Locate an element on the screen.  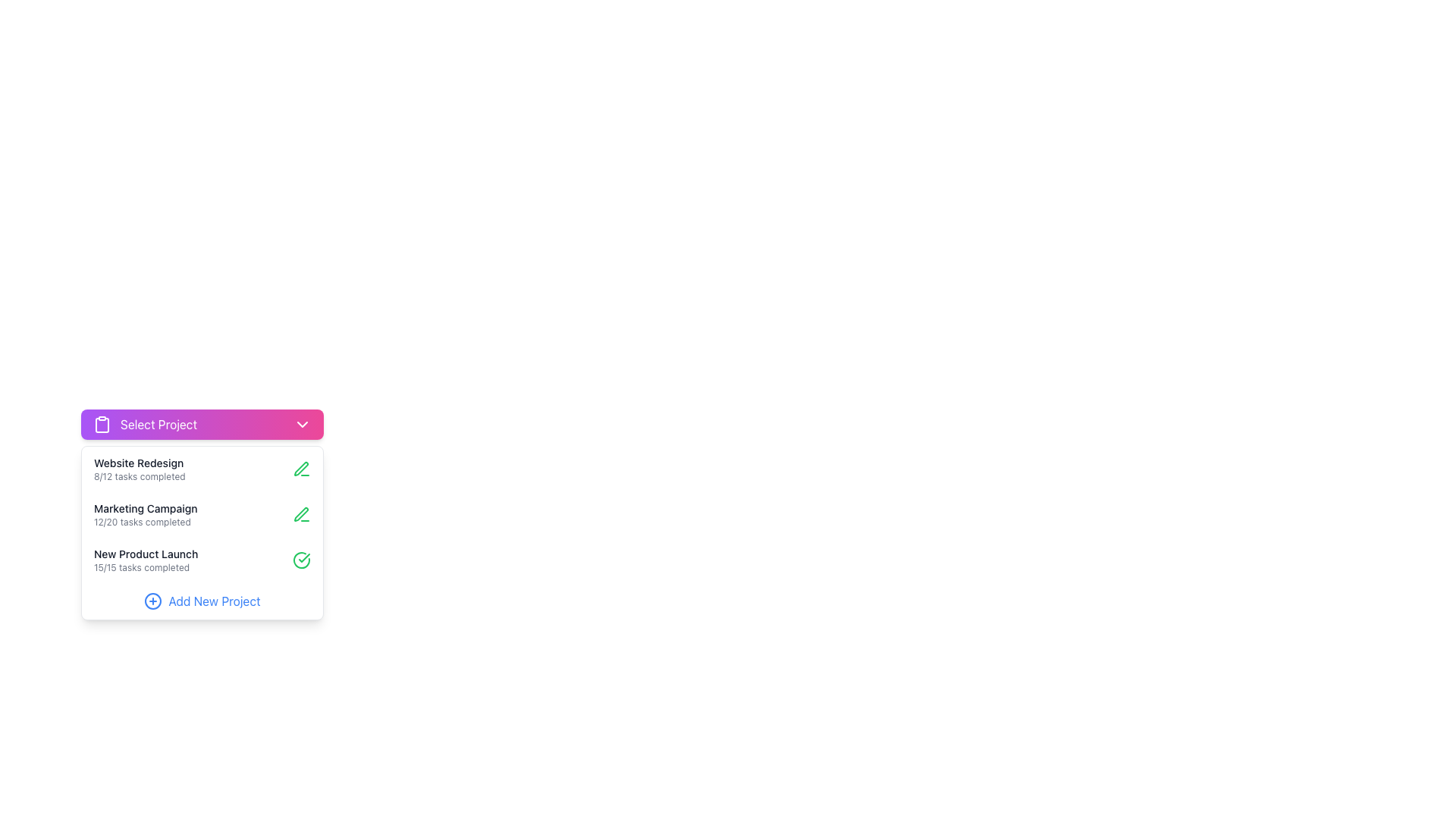
the second item in the dropdown list displaying 'Marketing Campaign 12/20 tasks completed' is located at coordinates (202, 532).